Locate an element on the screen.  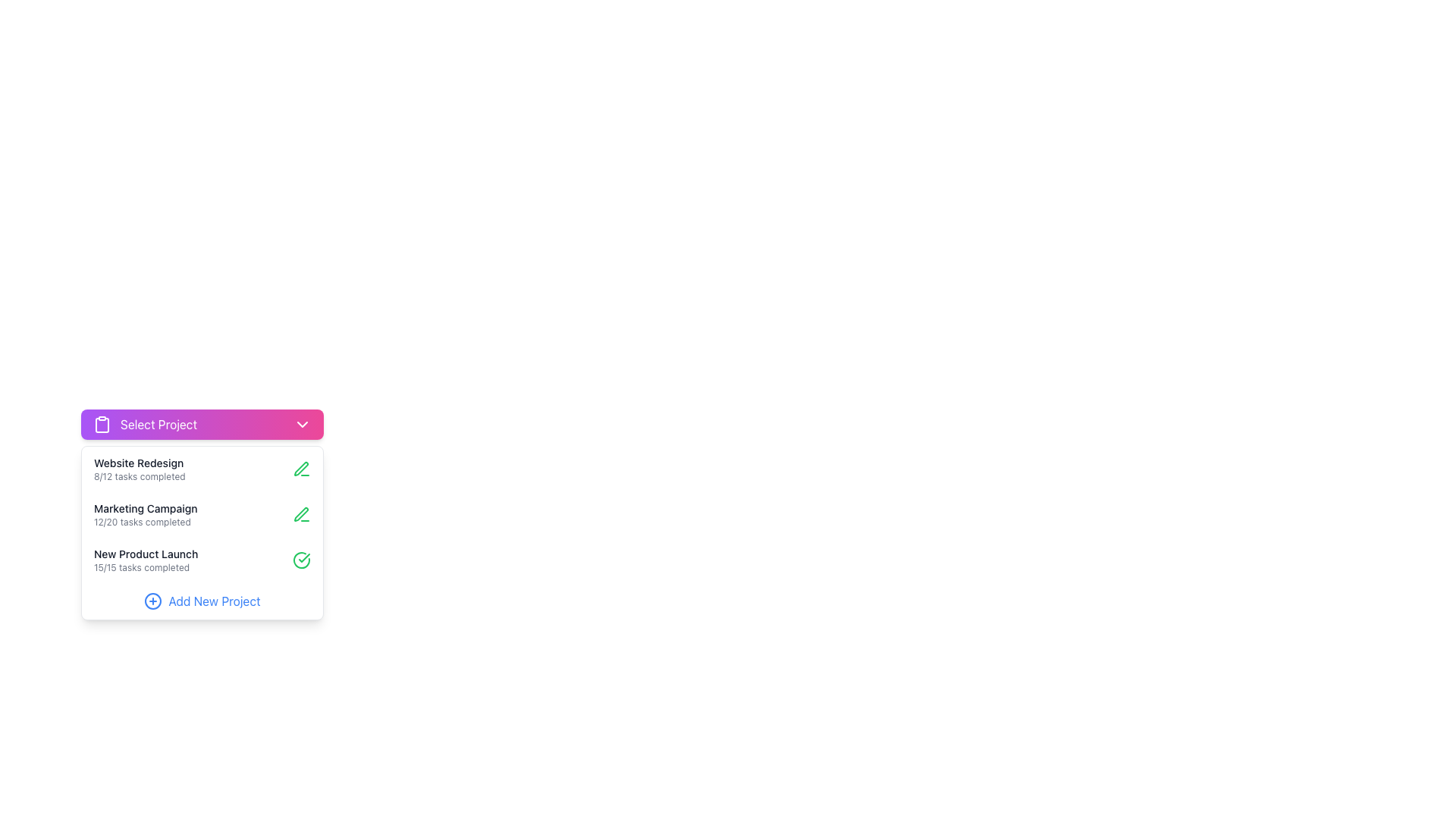
the second item in the dropdown list displaying 'Marketing Campaign 12/20 tasks completed' is located at coordinates (202, 532).